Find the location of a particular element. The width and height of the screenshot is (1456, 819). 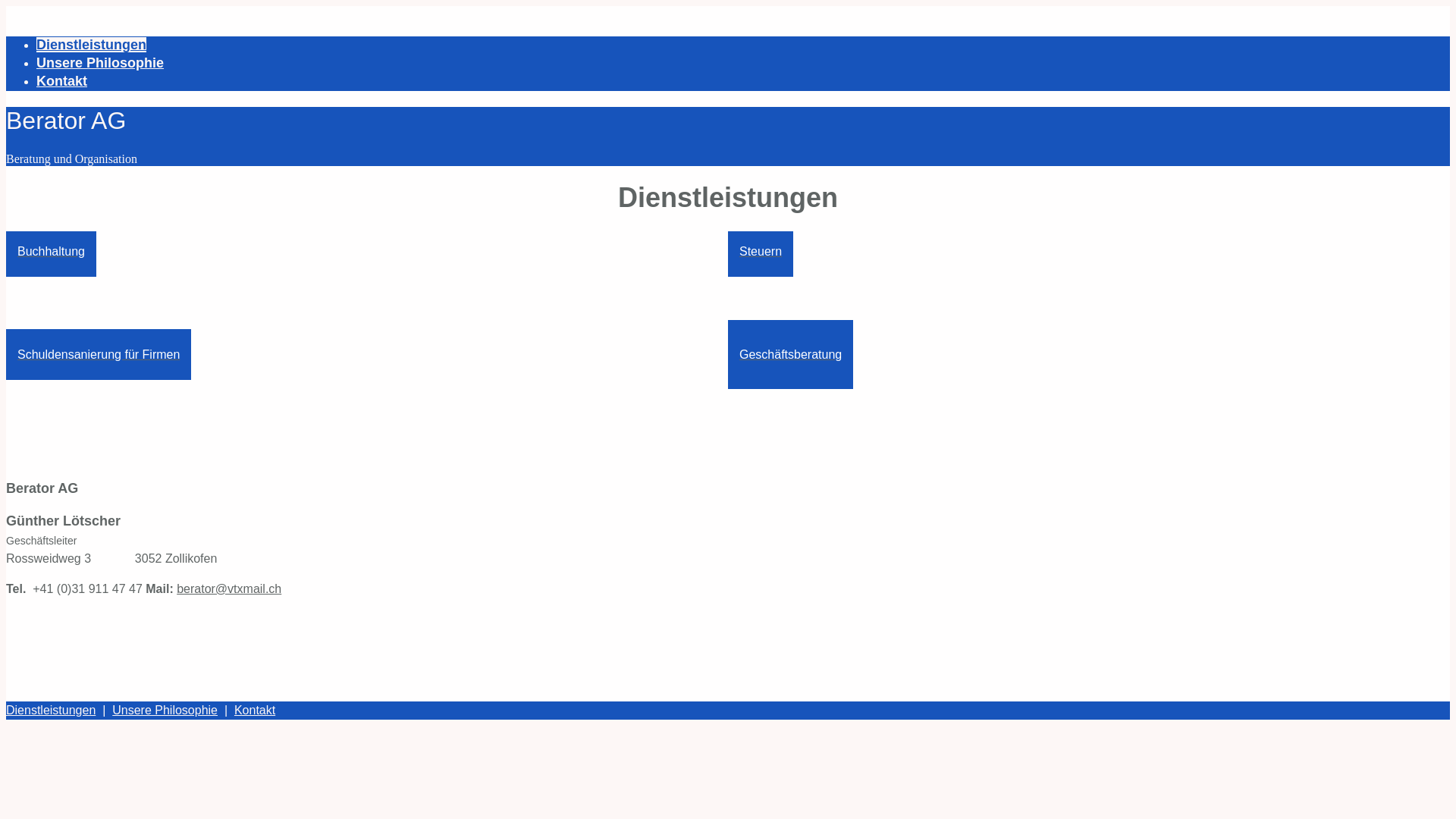

'berator@vtxmail.ch' is located at coordinates (228, 588).